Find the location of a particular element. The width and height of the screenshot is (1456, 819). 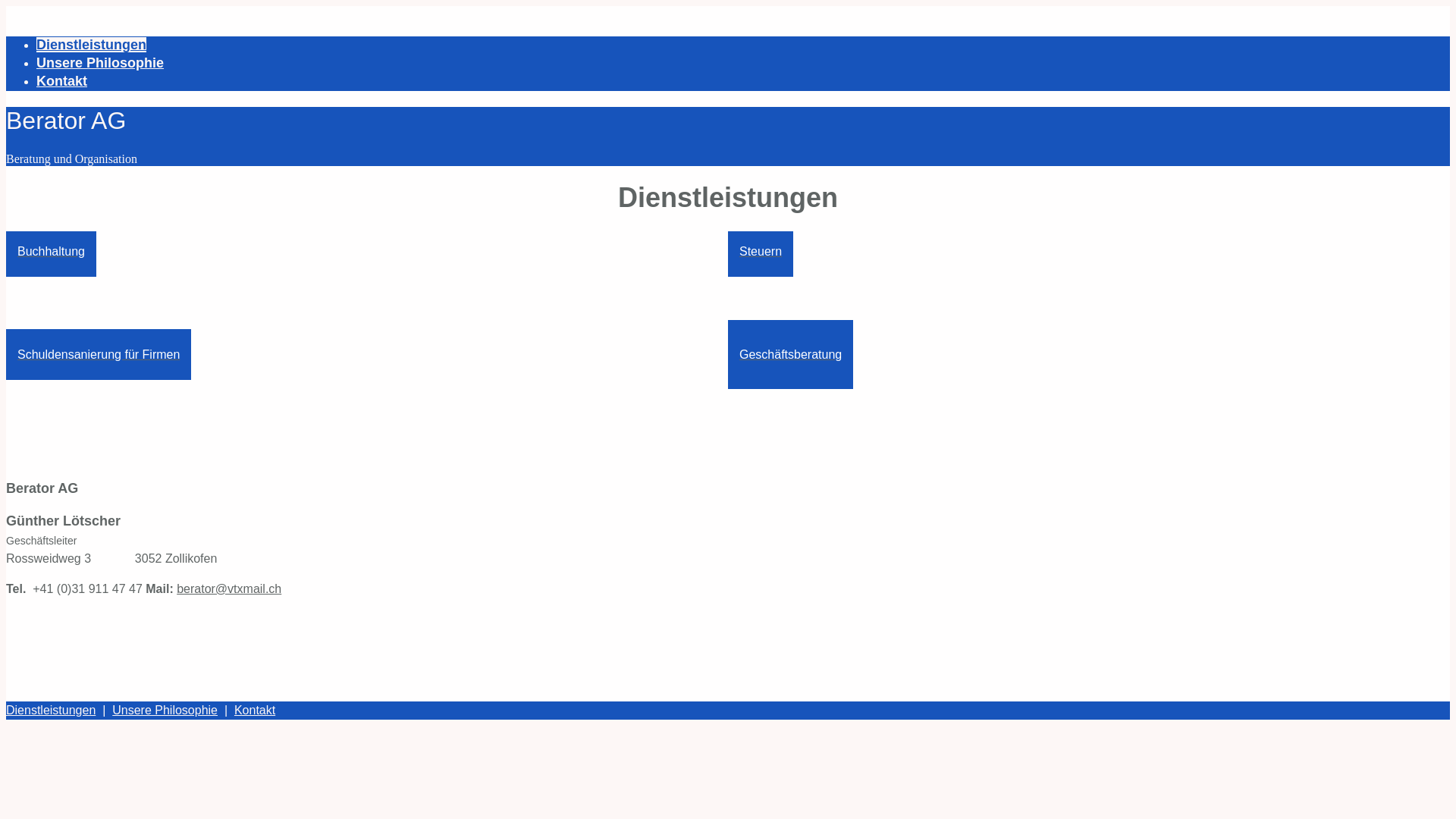

'berator@vtxmail.ch' is located at coordinates (228, 588).